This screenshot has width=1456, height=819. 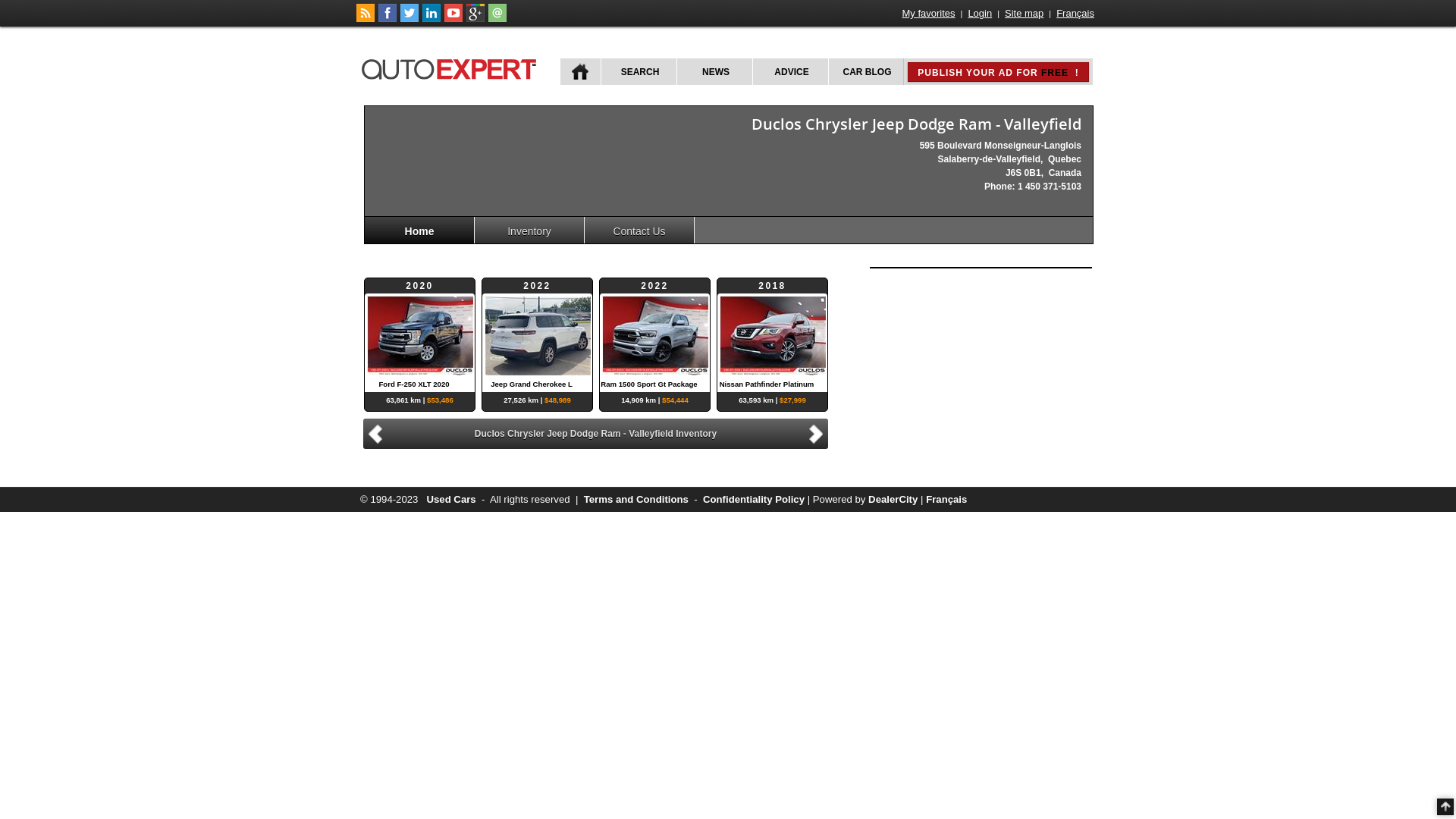 What do you see at coordinates (1024, 13) in the screenshot?
I see `'Site map'` at bounding box center [1024, 13].